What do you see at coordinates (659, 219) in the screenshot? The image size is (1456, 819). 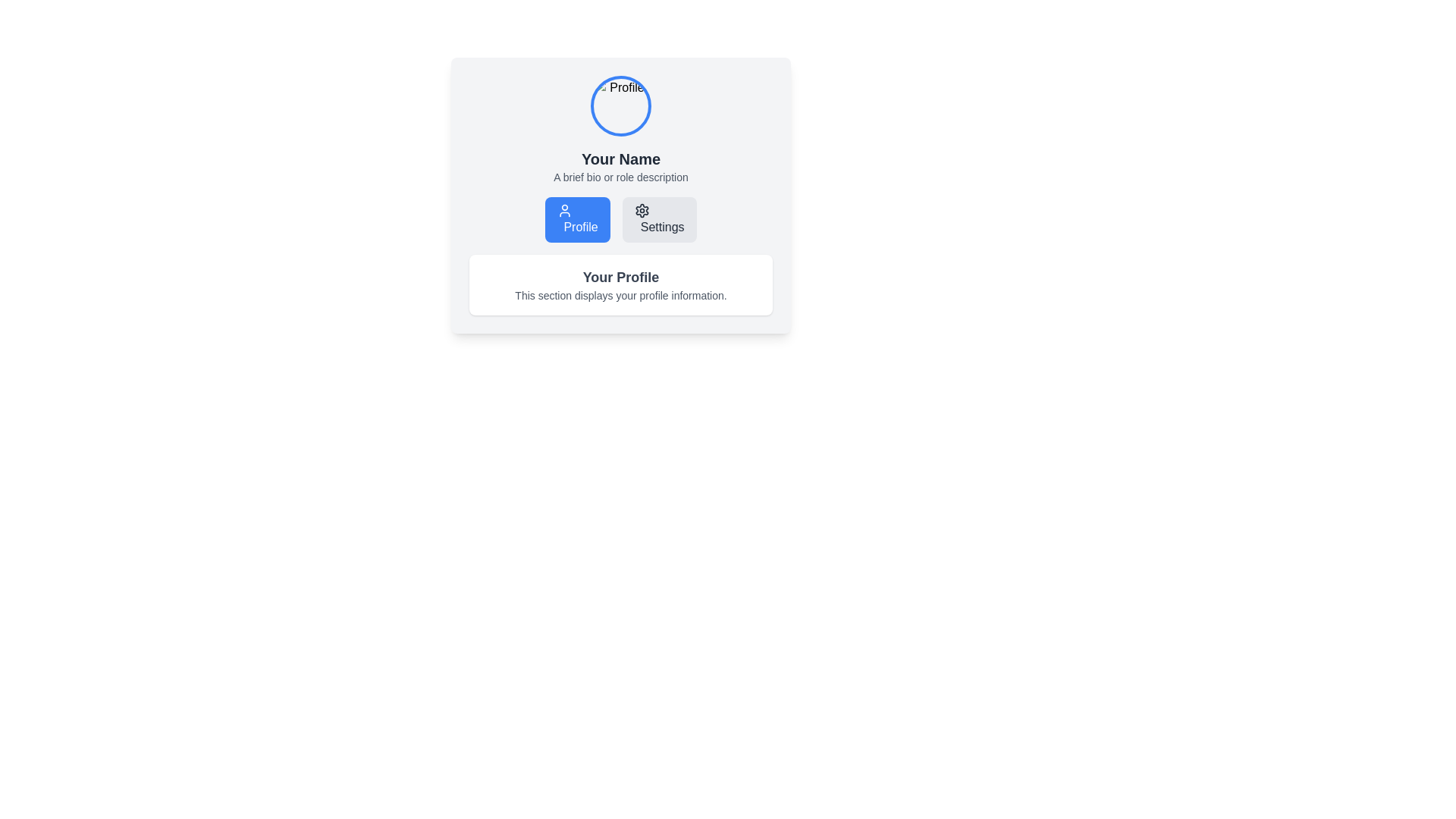 I see `the 'Settings' button, which has a light gray background, dark gray text, and a gear icon, located to the right of the 'Profile' button under the title 'Your Name'` at bounding box center [659, 219].